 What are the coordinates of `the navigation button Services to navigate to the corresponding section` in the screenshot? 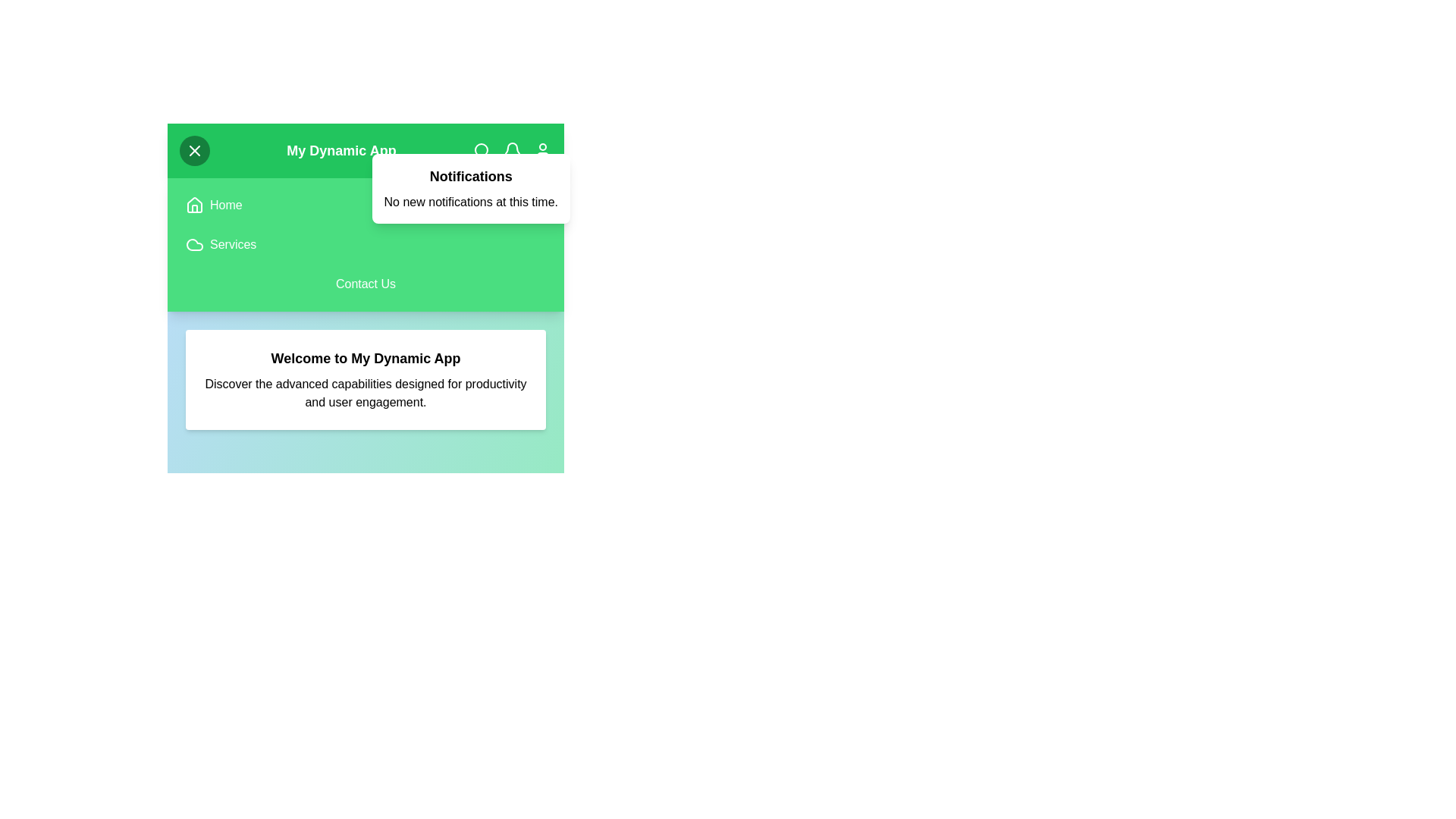 It's located at (232, 244).